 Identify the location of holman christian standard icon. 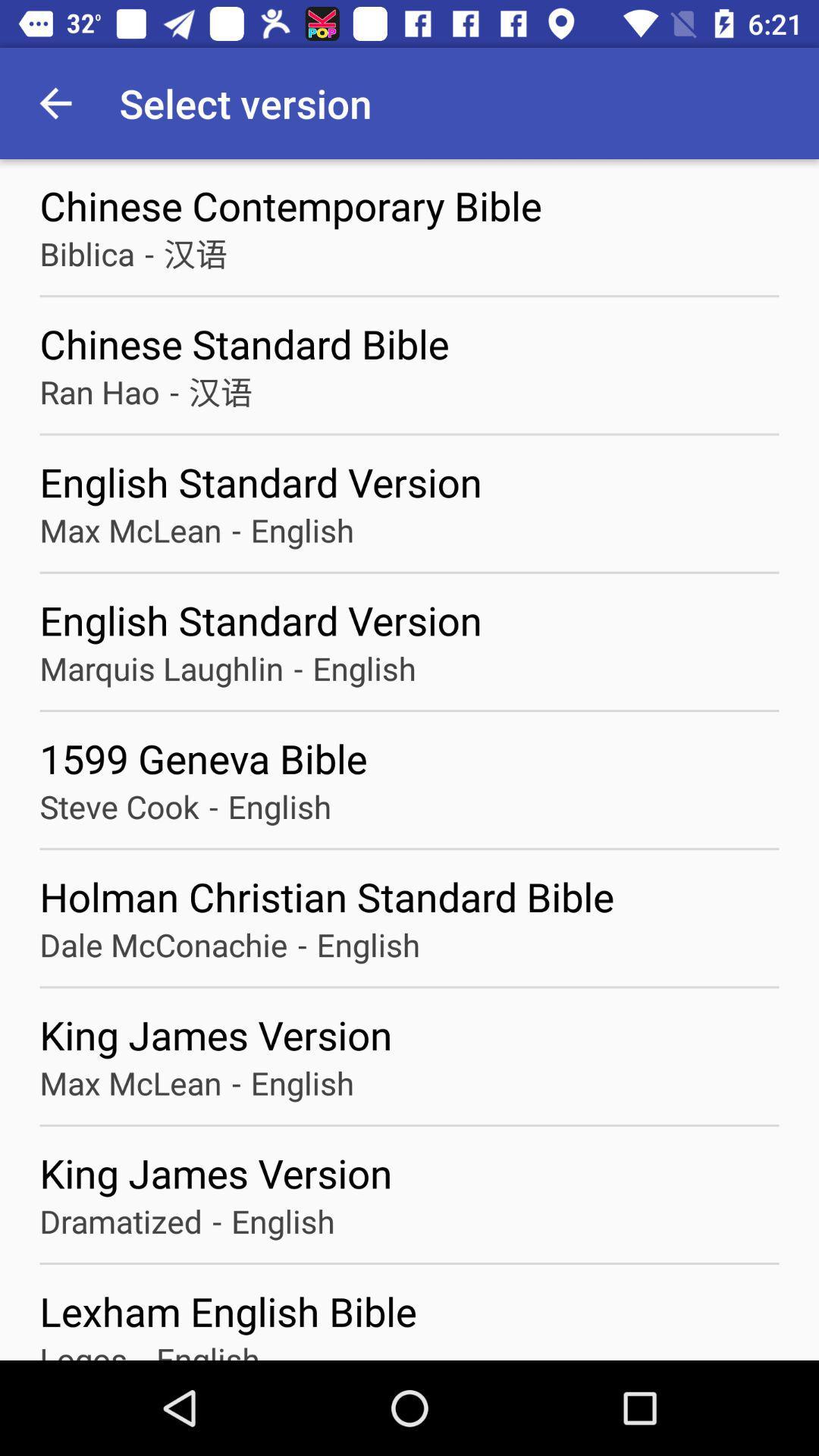
(409, 896).